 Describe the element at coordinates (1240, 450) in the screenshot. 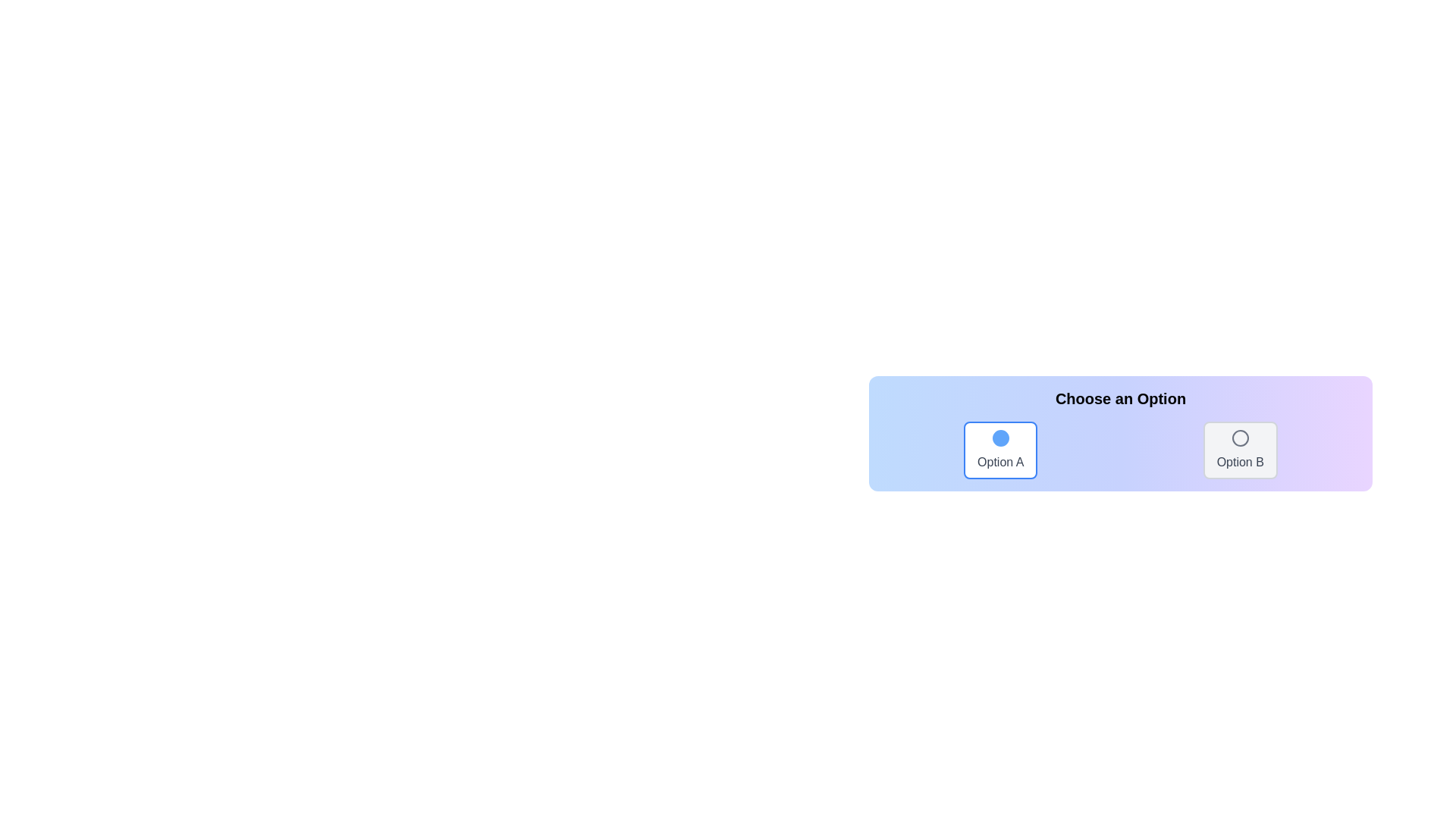

I see `the 'Option B' button` at that location.